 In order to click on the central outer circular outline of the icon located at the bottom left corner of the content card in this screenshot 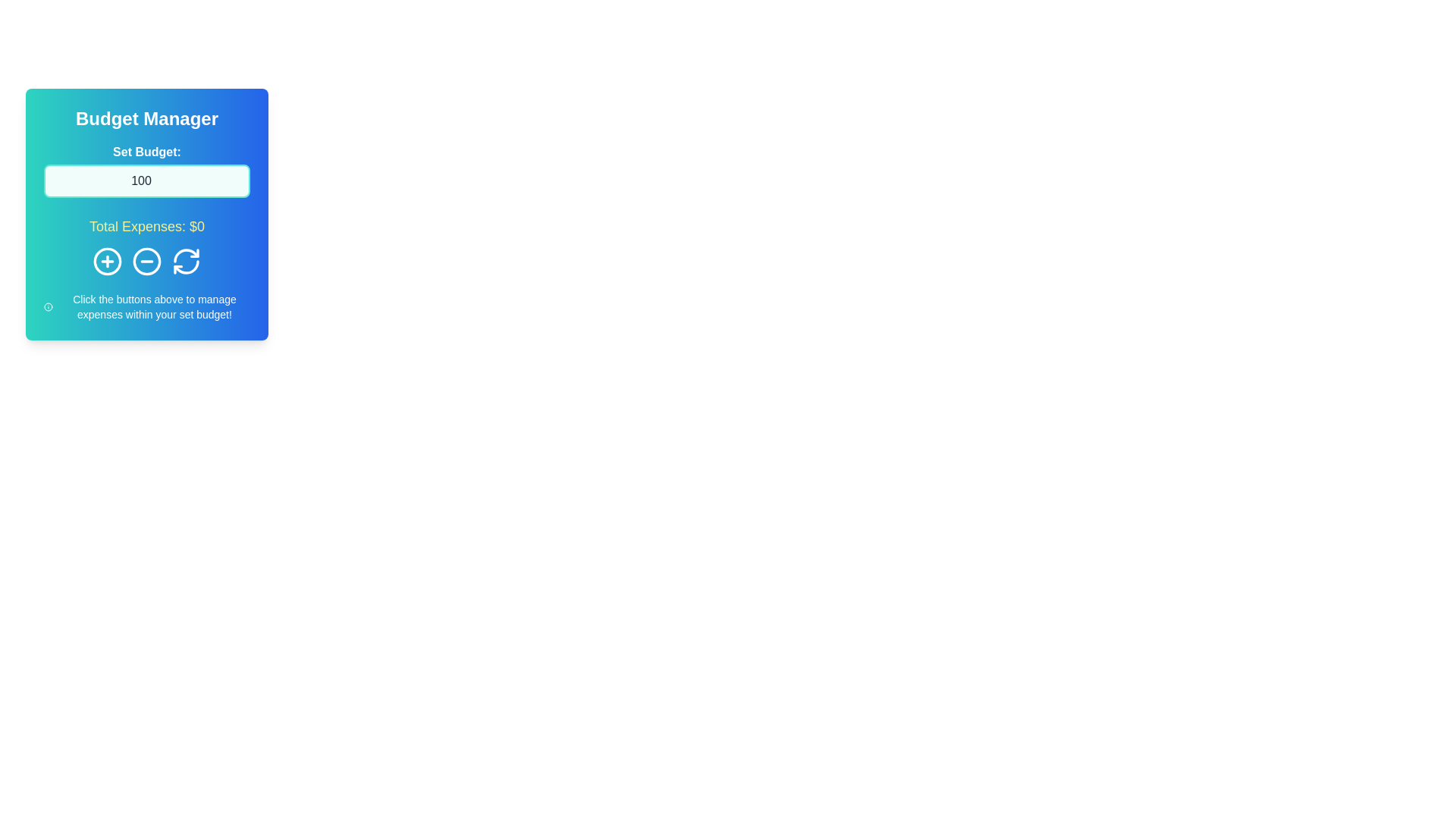, I will do `click(48, 307)`.